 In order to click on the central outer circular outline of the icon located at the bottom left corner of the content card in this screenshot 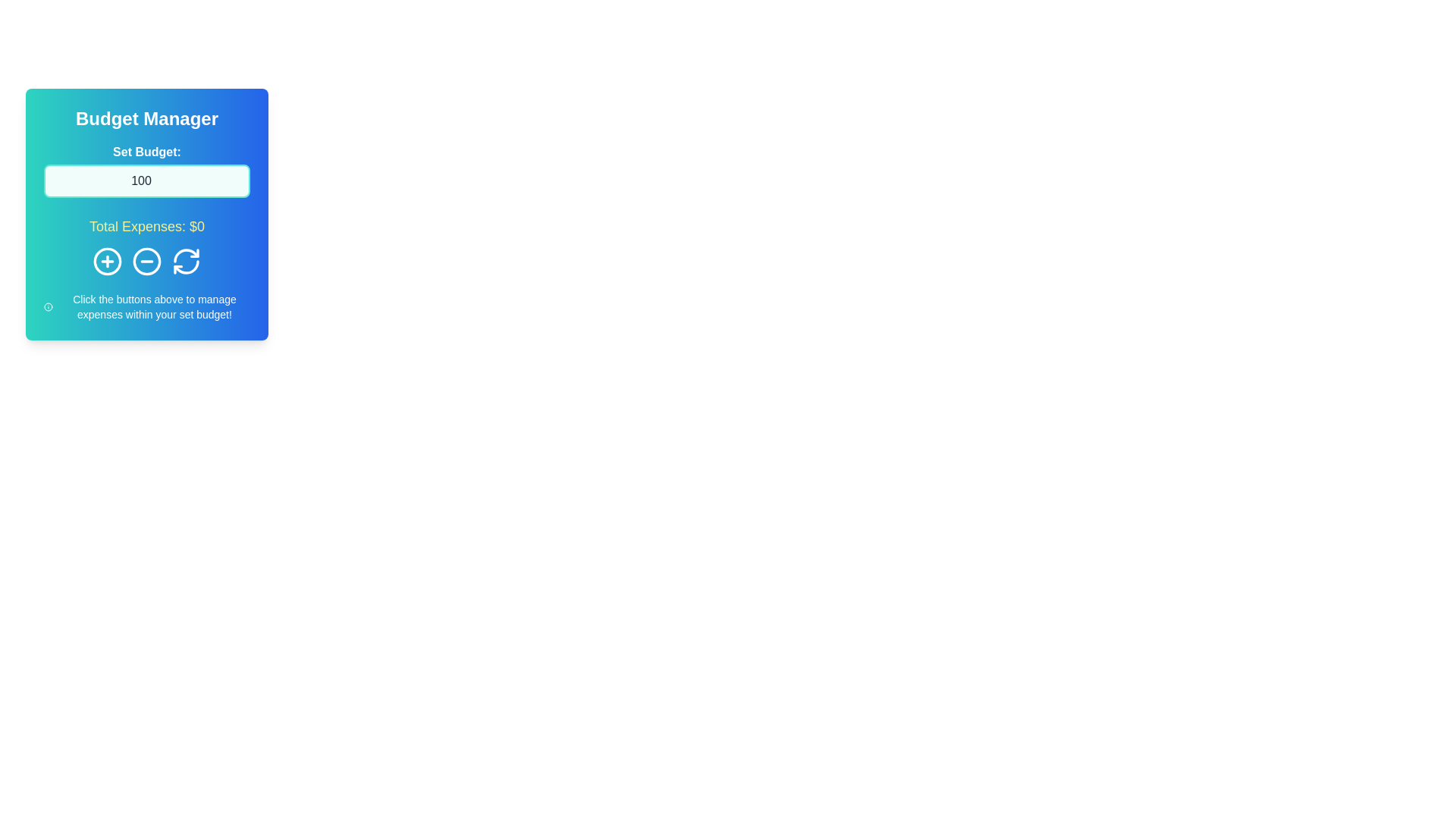, I will do `click(48, 307)`.